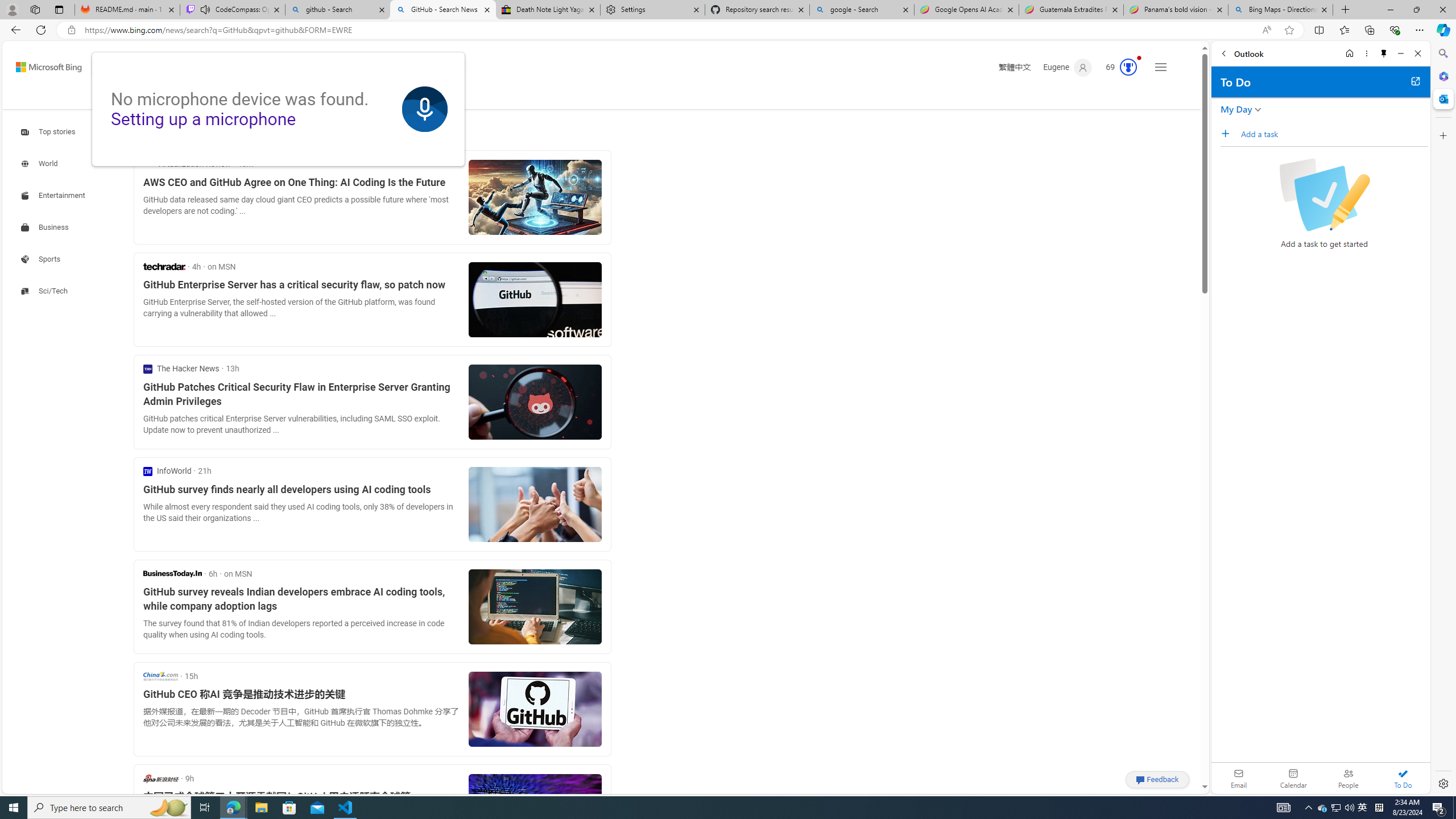  I want to click on 'Search news about Sports', so click(42, 259).